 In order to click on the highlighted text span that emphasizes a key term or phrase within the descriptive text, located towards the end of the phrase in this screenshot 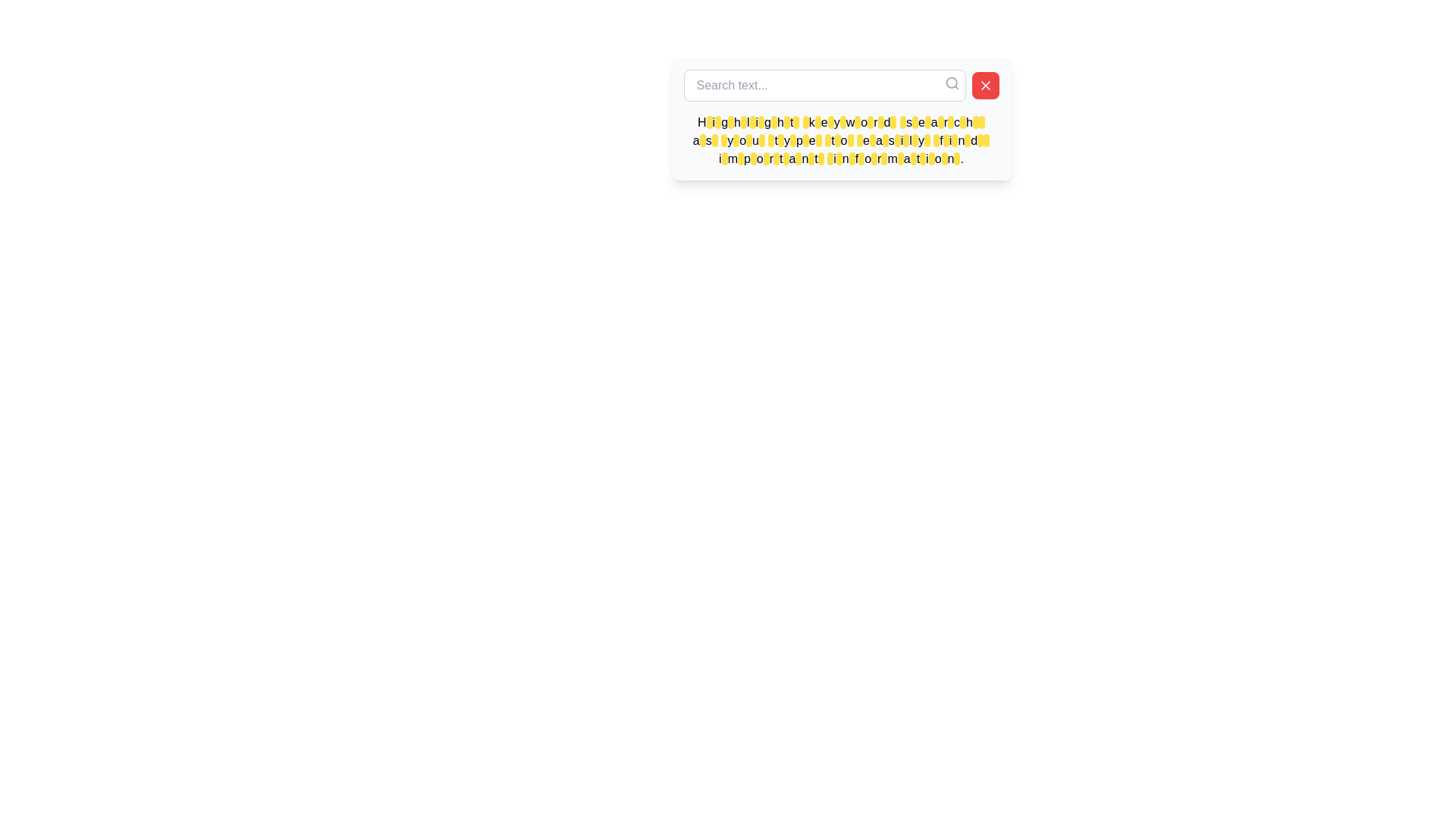, I will do `click(811, 158)`.